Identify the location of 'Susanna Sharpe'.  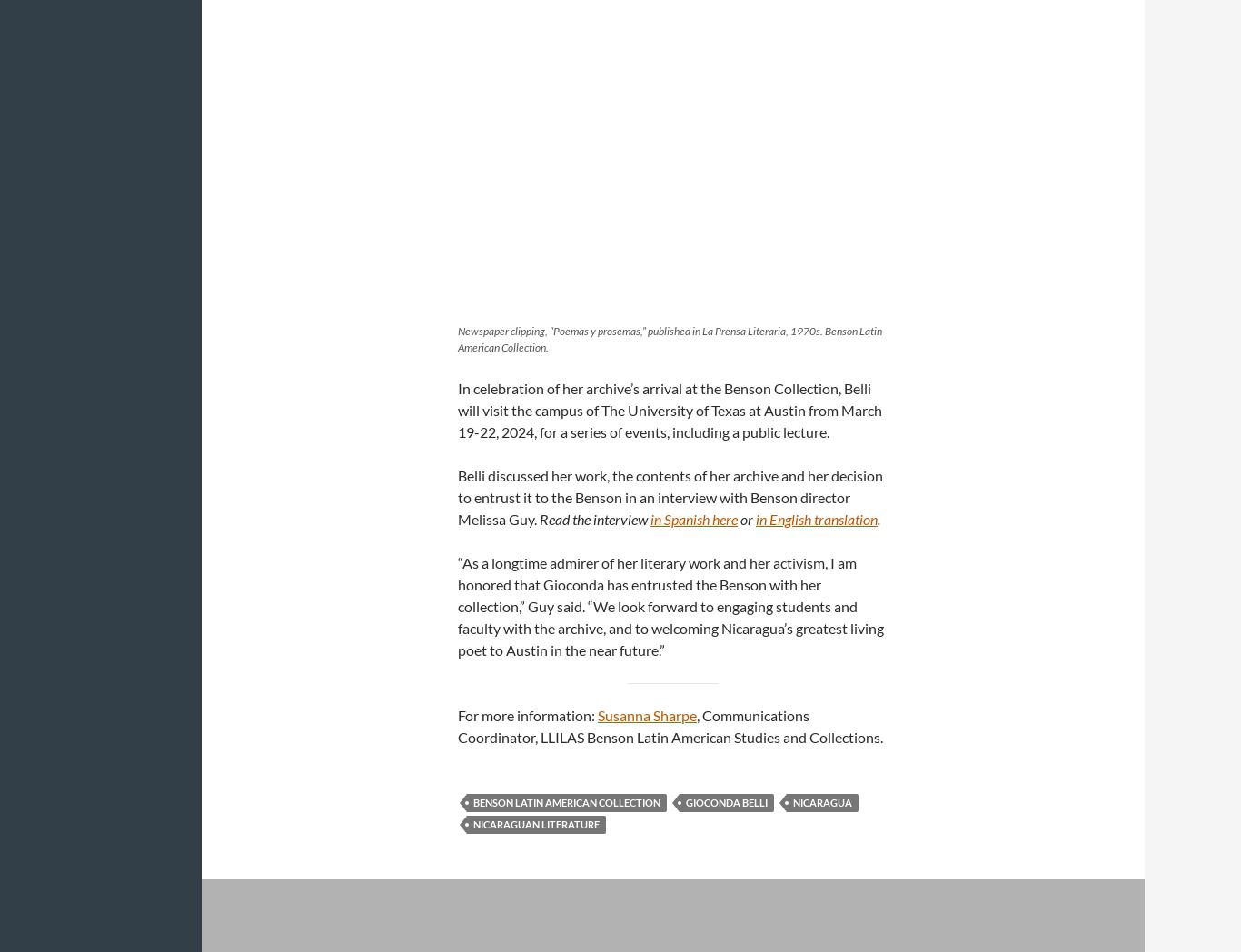
(597, 714).